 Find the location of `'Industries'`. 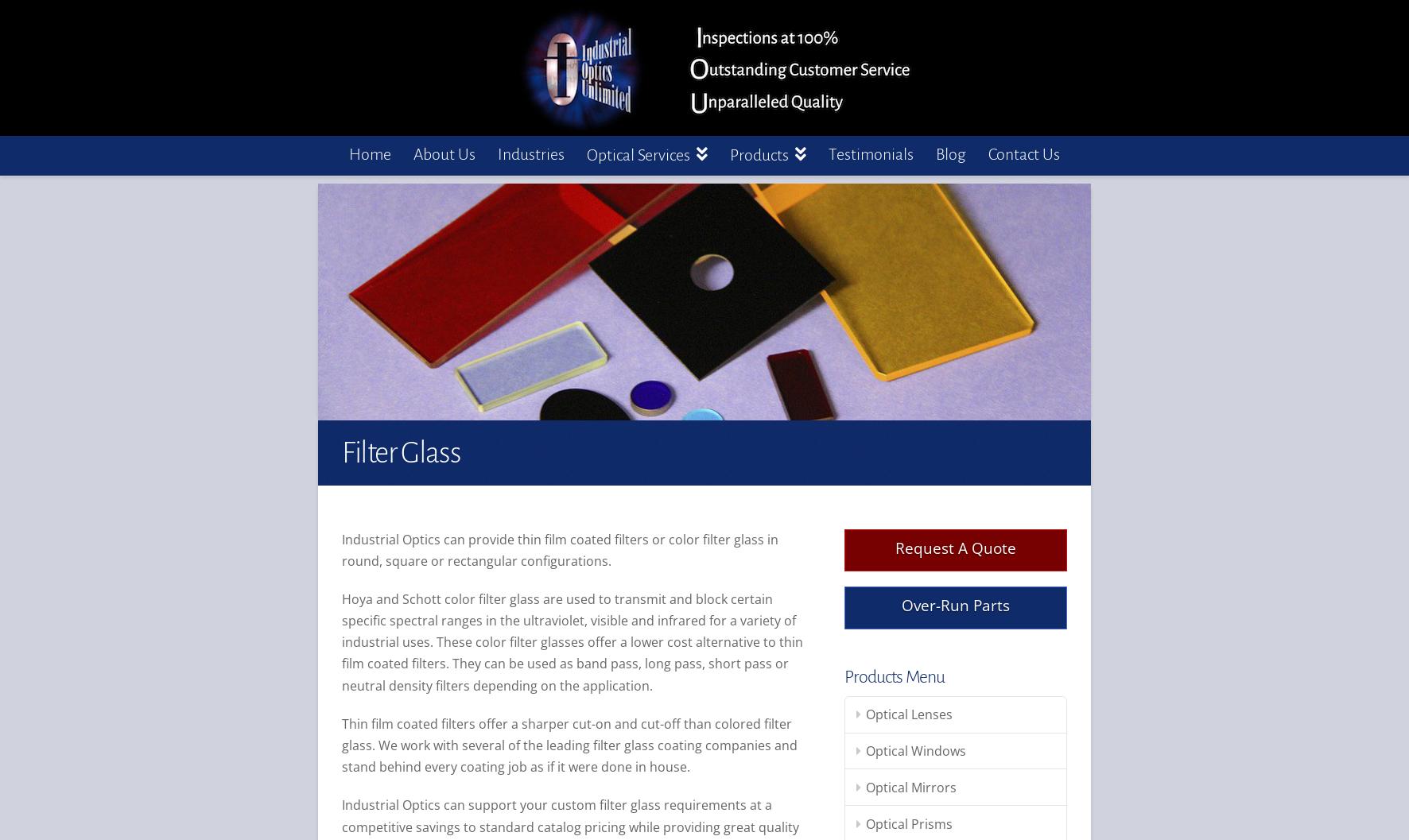

'Industries' is located at coordinates (530, 153).